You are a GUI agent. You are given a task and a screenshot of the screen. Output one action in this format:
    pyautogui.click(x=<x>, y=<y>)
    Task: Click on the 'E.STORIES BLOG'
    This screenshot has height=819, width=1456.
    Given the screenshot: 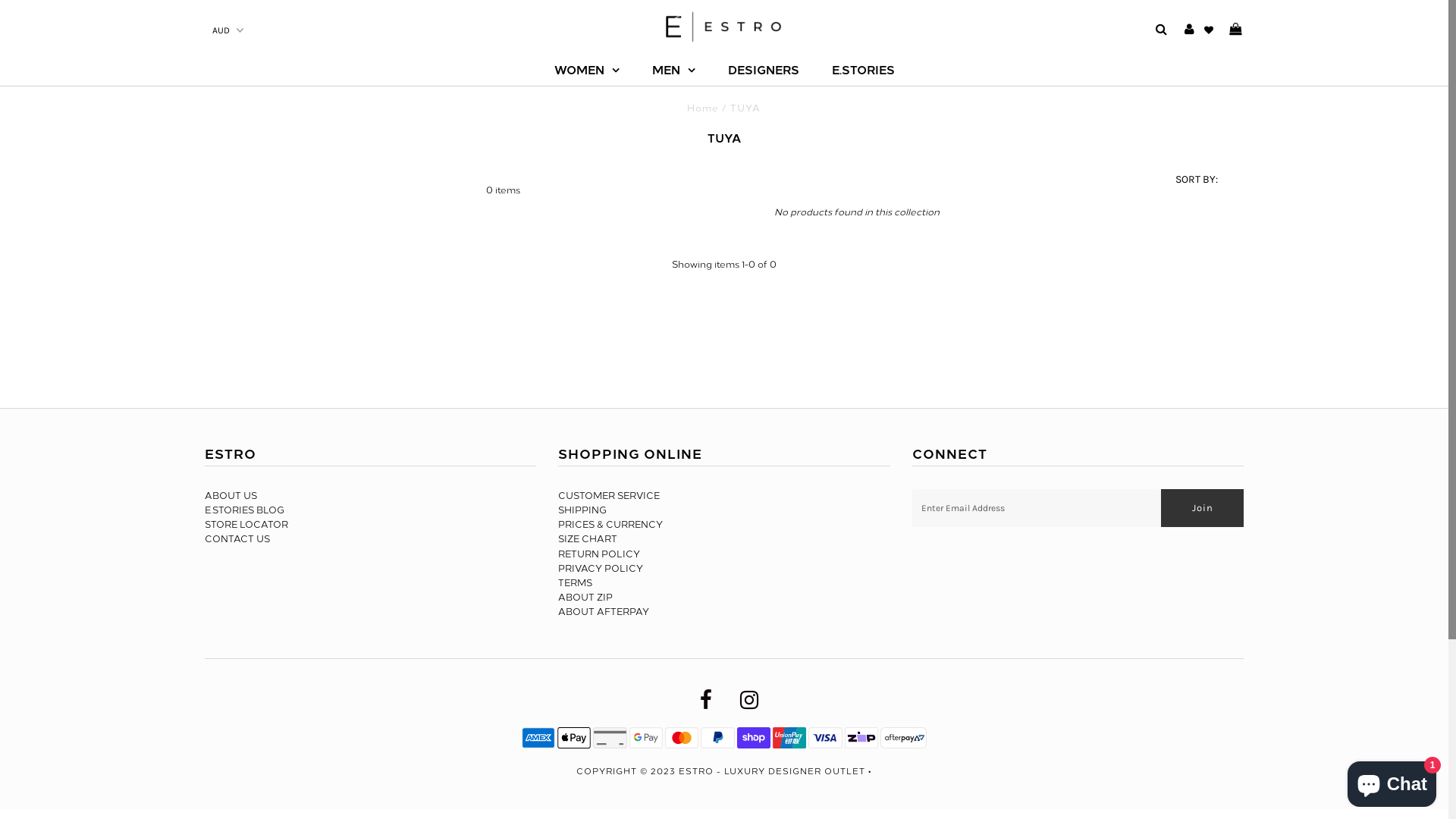 What is the action you would take?
    pyautogui.click(x=244, y=510)
    